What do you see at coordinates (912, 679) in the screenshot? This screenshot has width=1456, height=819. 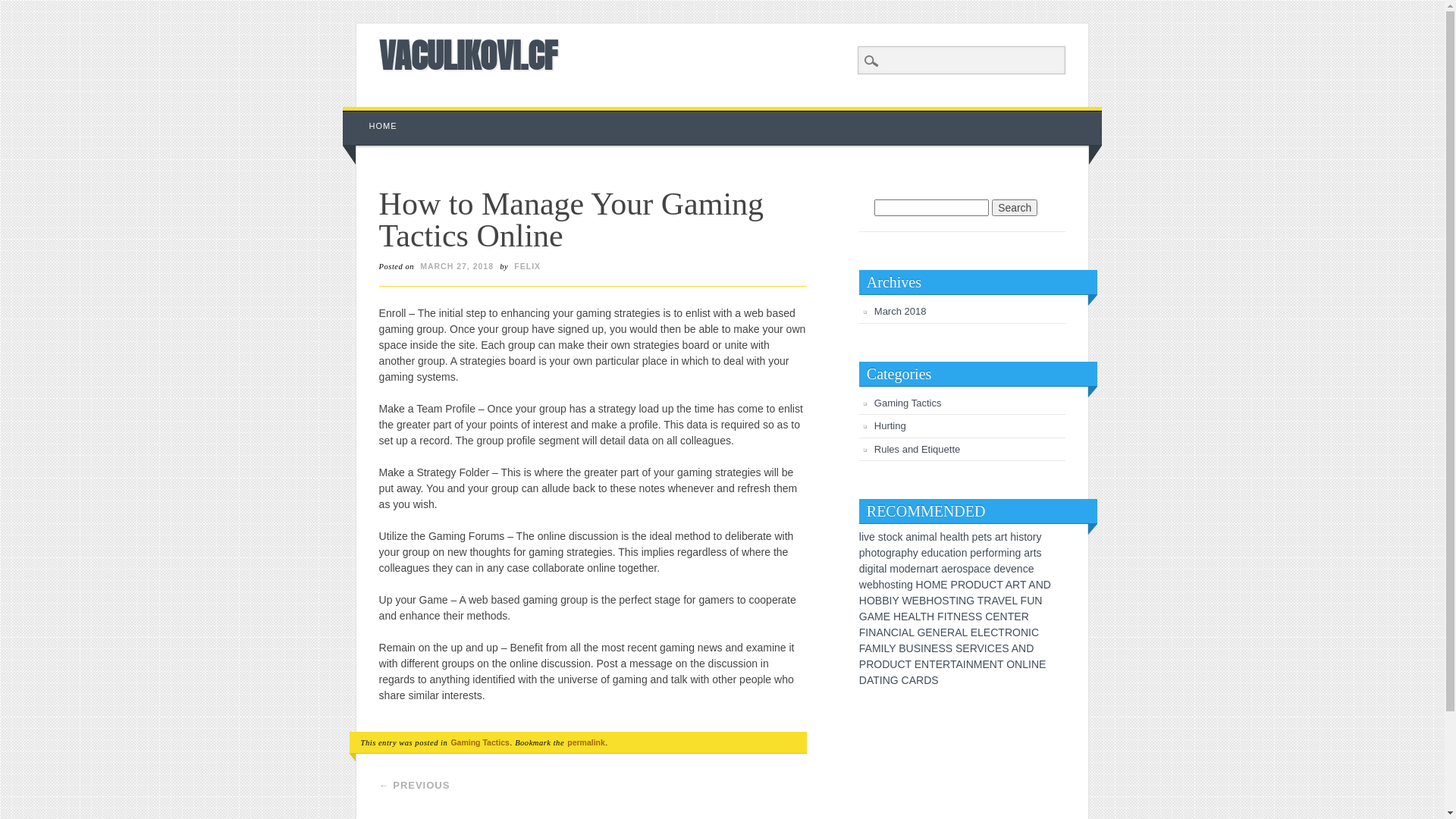 I see `'A'` at bounding box center [912, 679].